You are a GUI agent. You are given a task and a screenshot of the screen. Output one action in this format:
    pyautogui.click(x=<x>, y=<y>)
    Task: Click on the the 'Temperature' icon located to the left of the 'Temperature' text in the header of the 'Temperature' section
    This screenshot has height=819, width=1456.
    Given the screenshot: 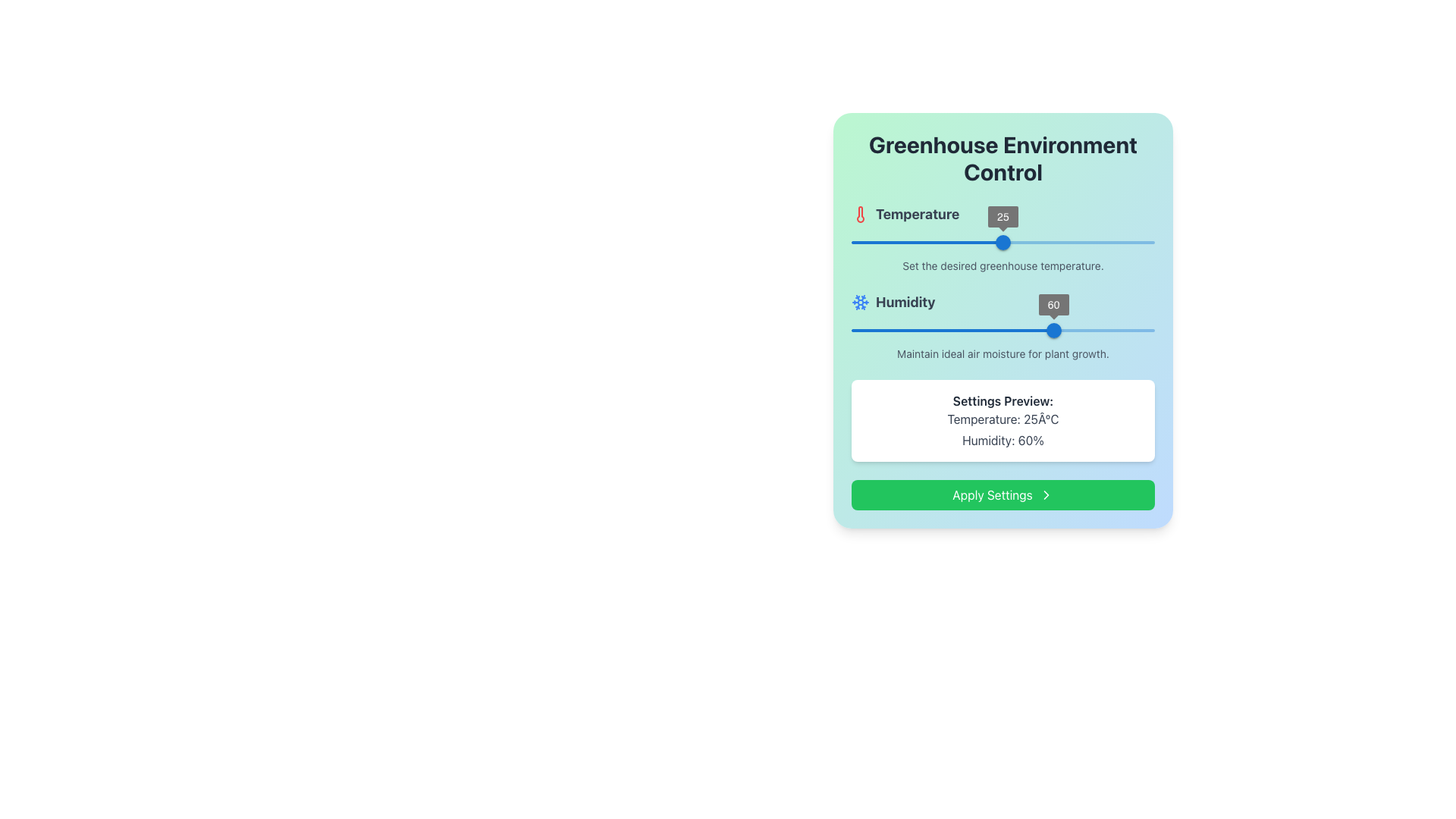 What is the action you would take?
    pyautogui.click(x=860, y=214)
    